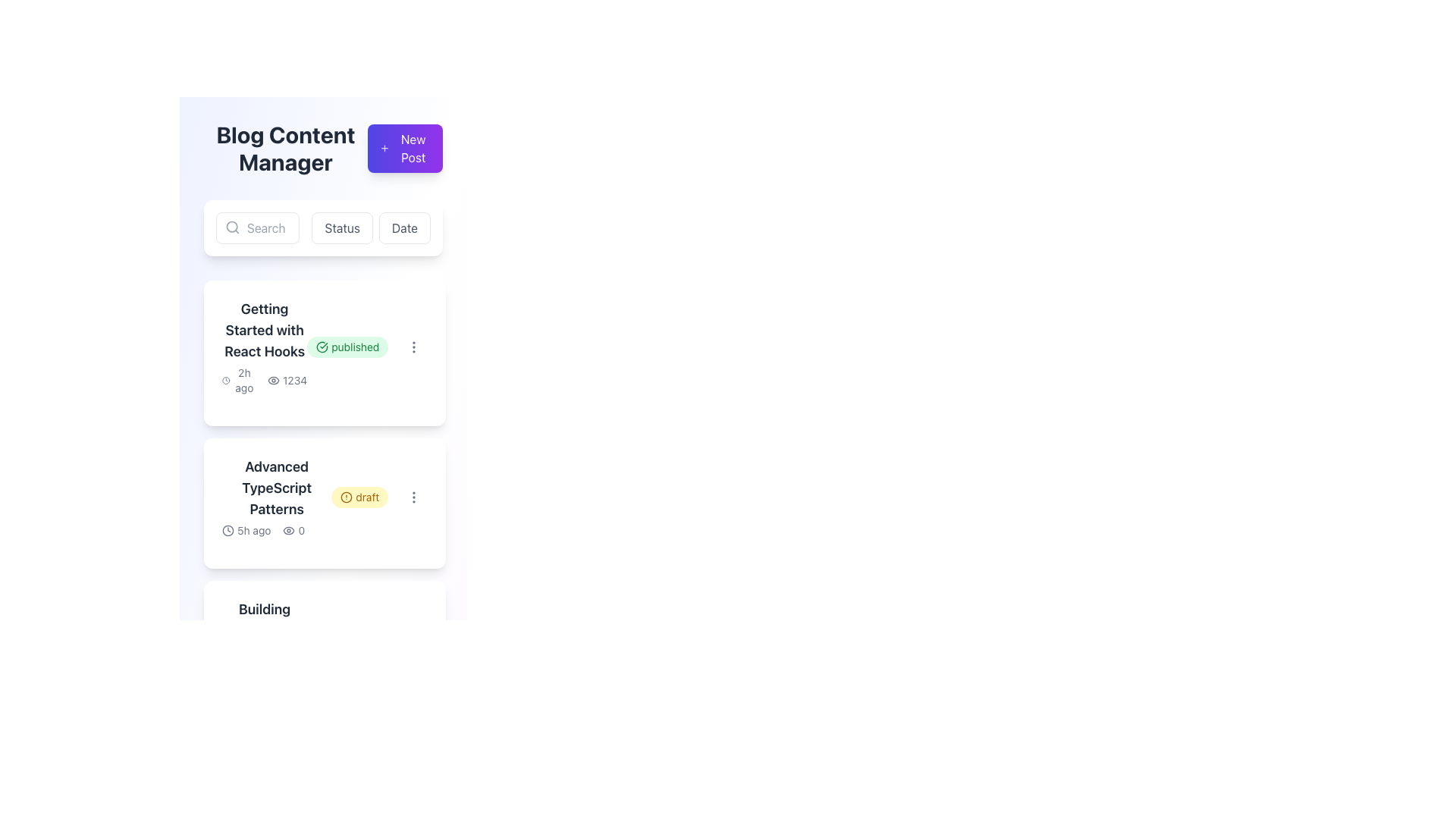  What do you see at coordinates (265, 329) in the screenshot?
I see `on the text label displaying 'Getting Started with React Hooks'` at bounding box center [265, 329].